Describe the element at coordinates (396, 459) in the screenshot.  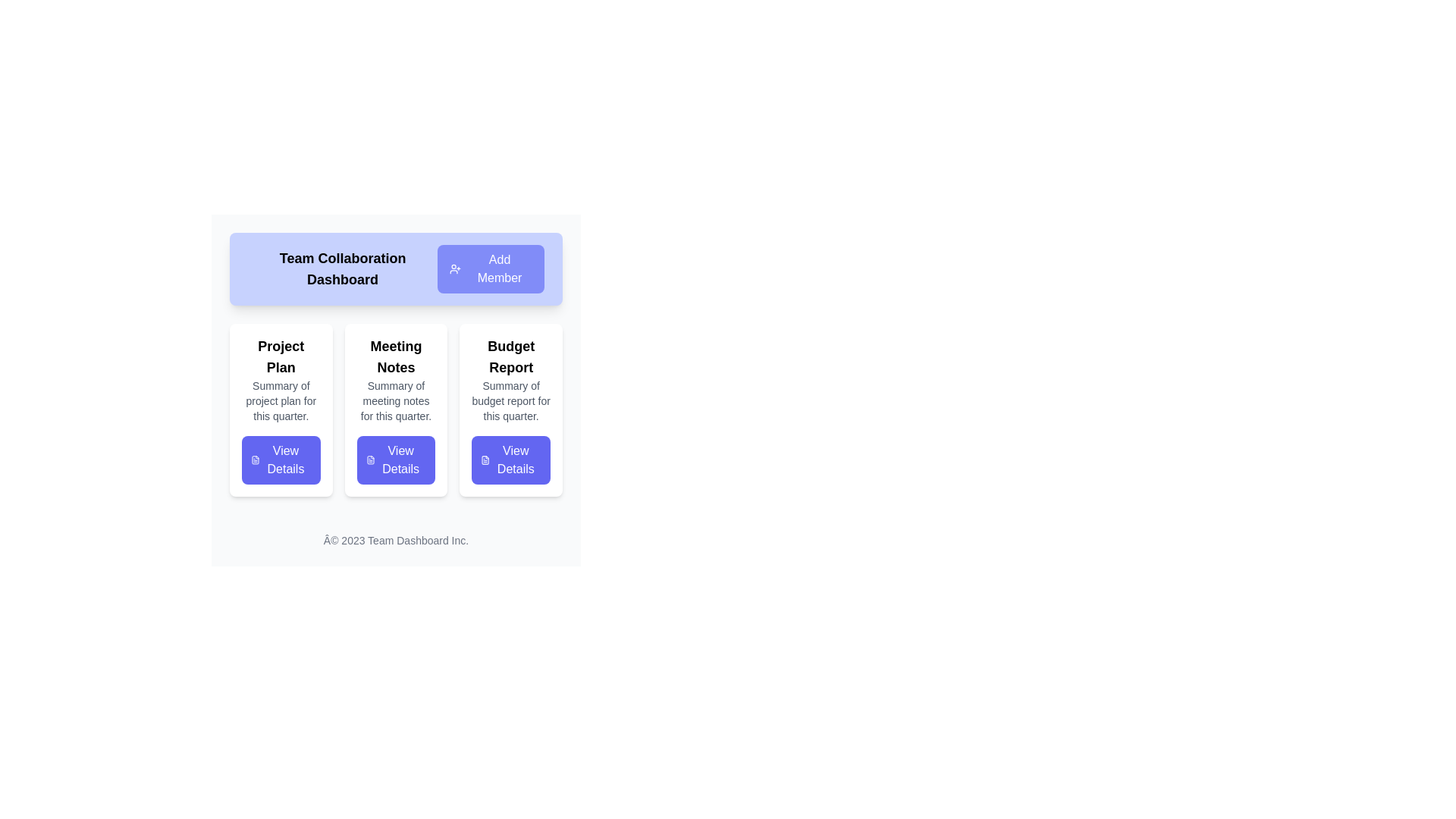
I see `the 'Meeting Notes' button located at the bottom center of the 'Meeting Notes' card for keyboard interaction` at that location.